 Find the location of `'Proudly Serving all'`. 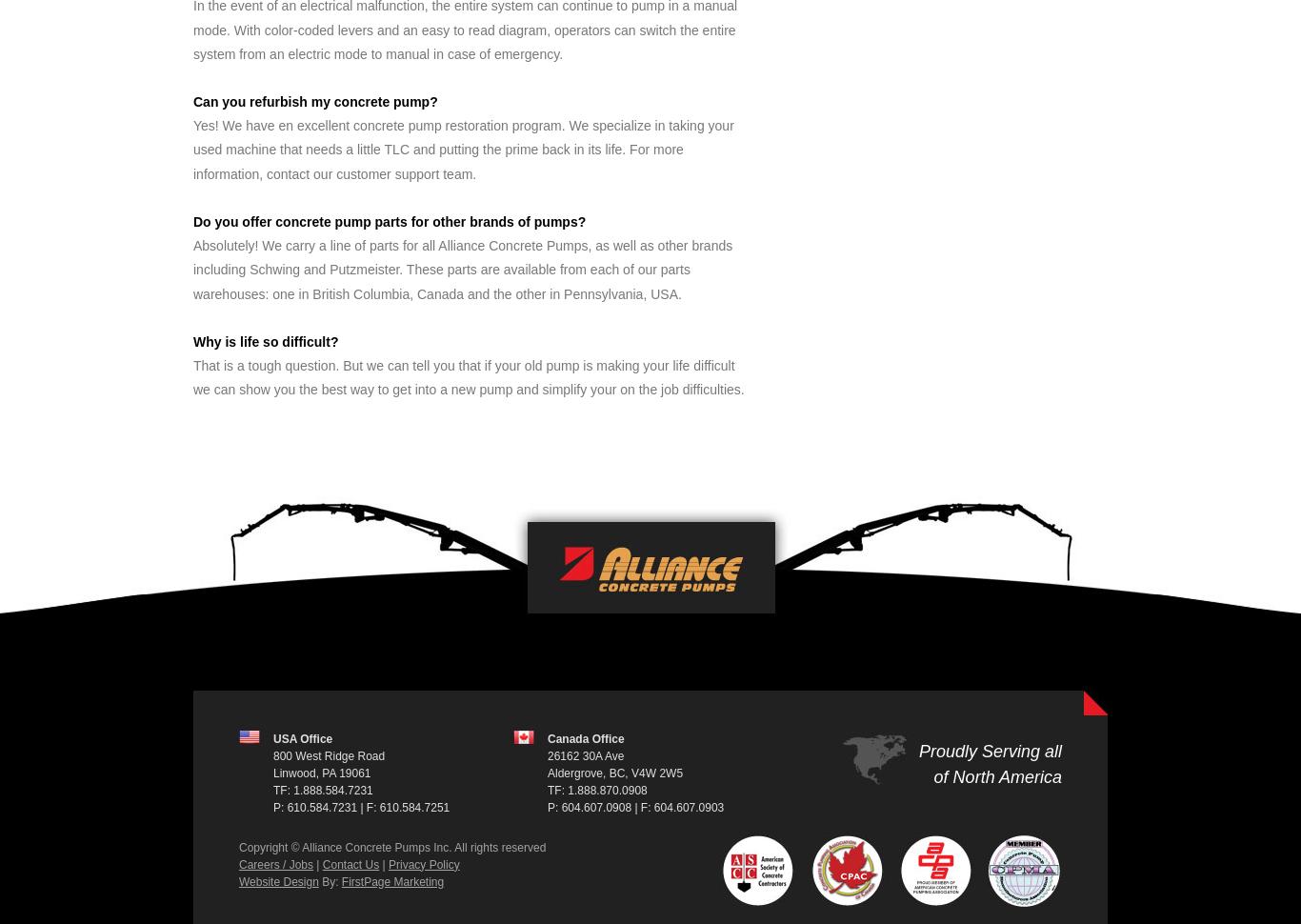

'Proudly Serving all' is located at coordinates (989, 751).